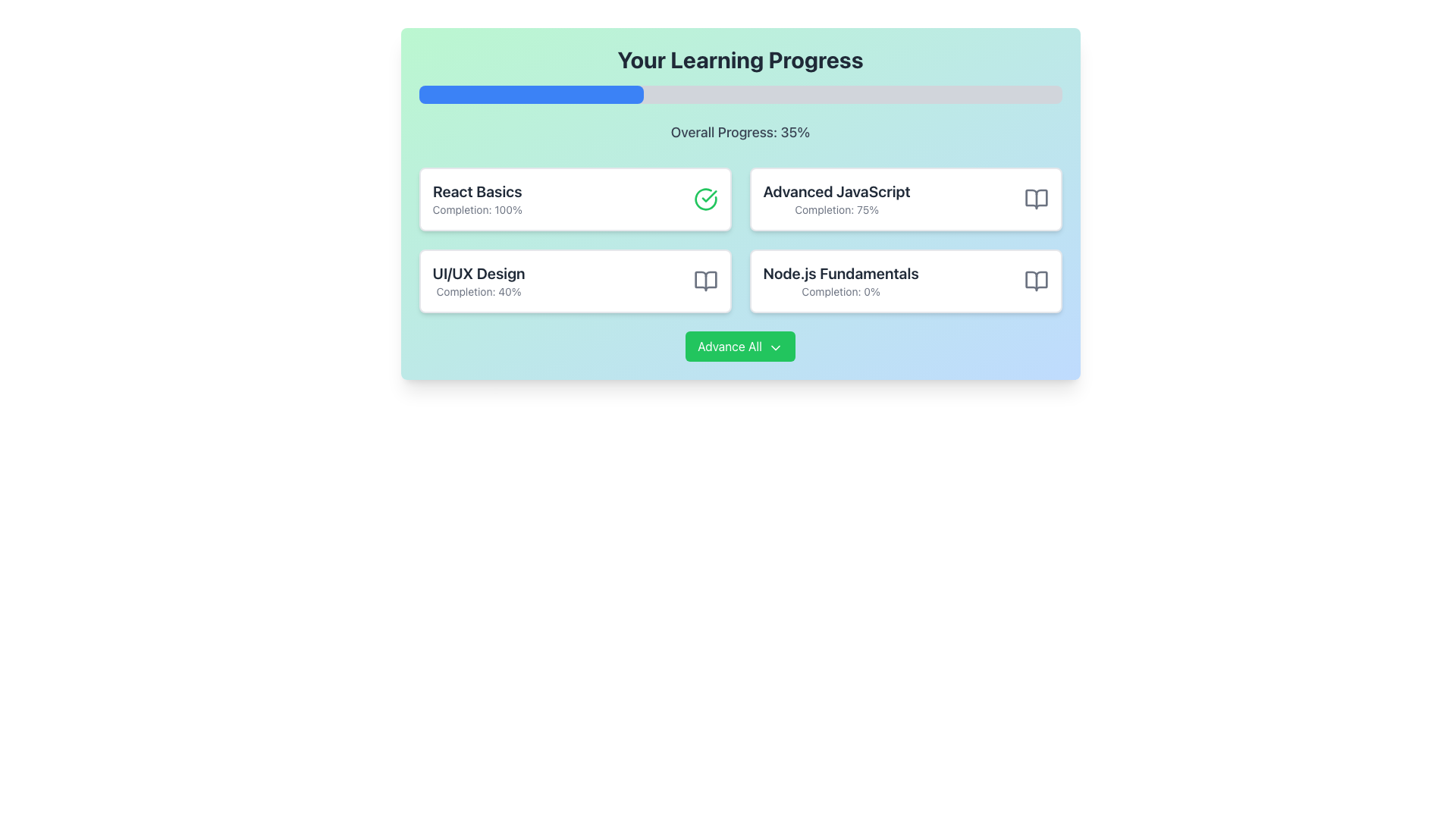 This screenshot has width=1456, height=819. What do you see at coordinates (476, 210) in the screenshot?
I see `Text Label displaying 'Completion: 100%' located under the 'React Basics' heading, providing completion status for the course` at bounding box center [476, 210].